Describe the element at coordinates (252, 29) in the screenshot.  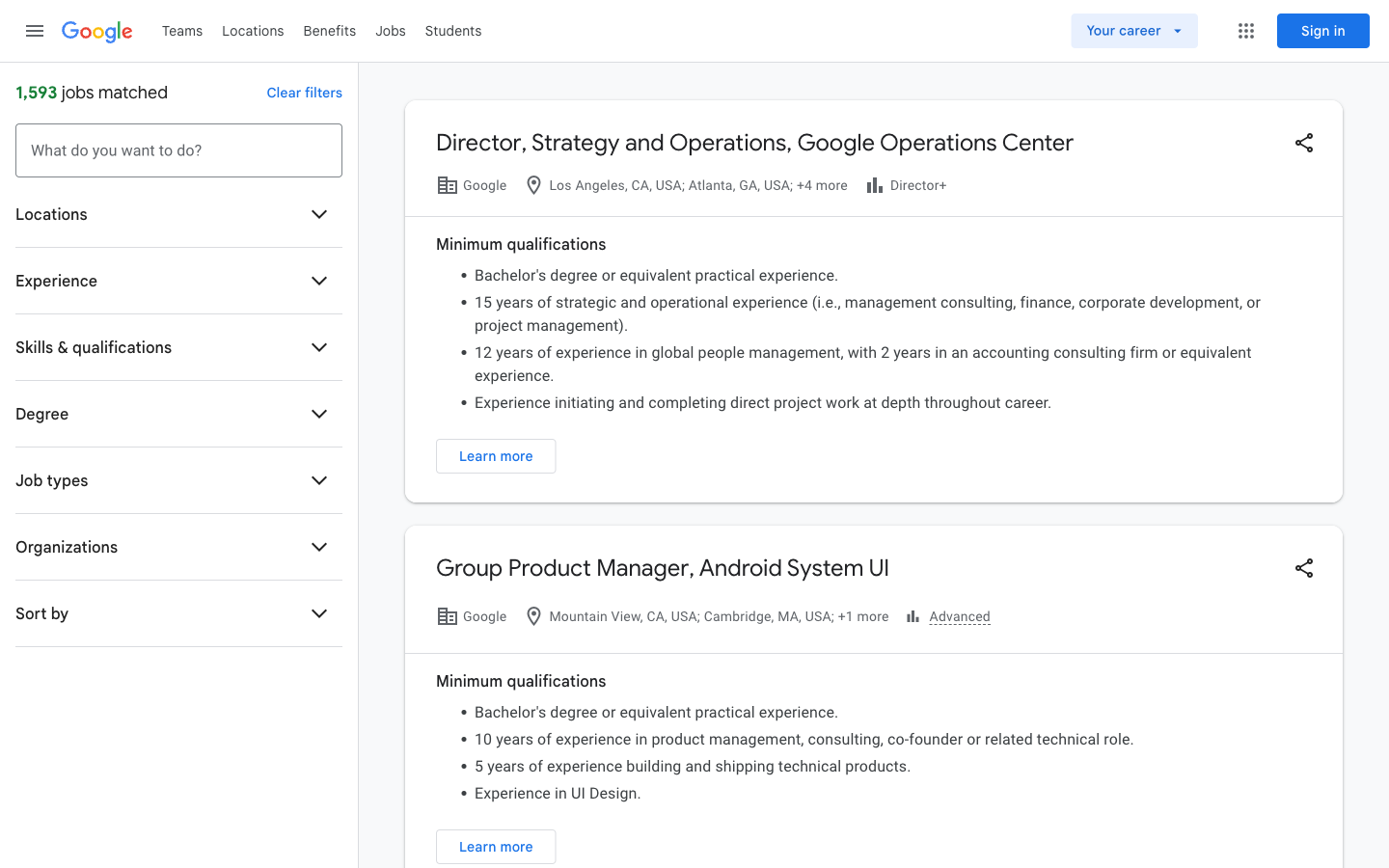
I see `Review all places` at that location.